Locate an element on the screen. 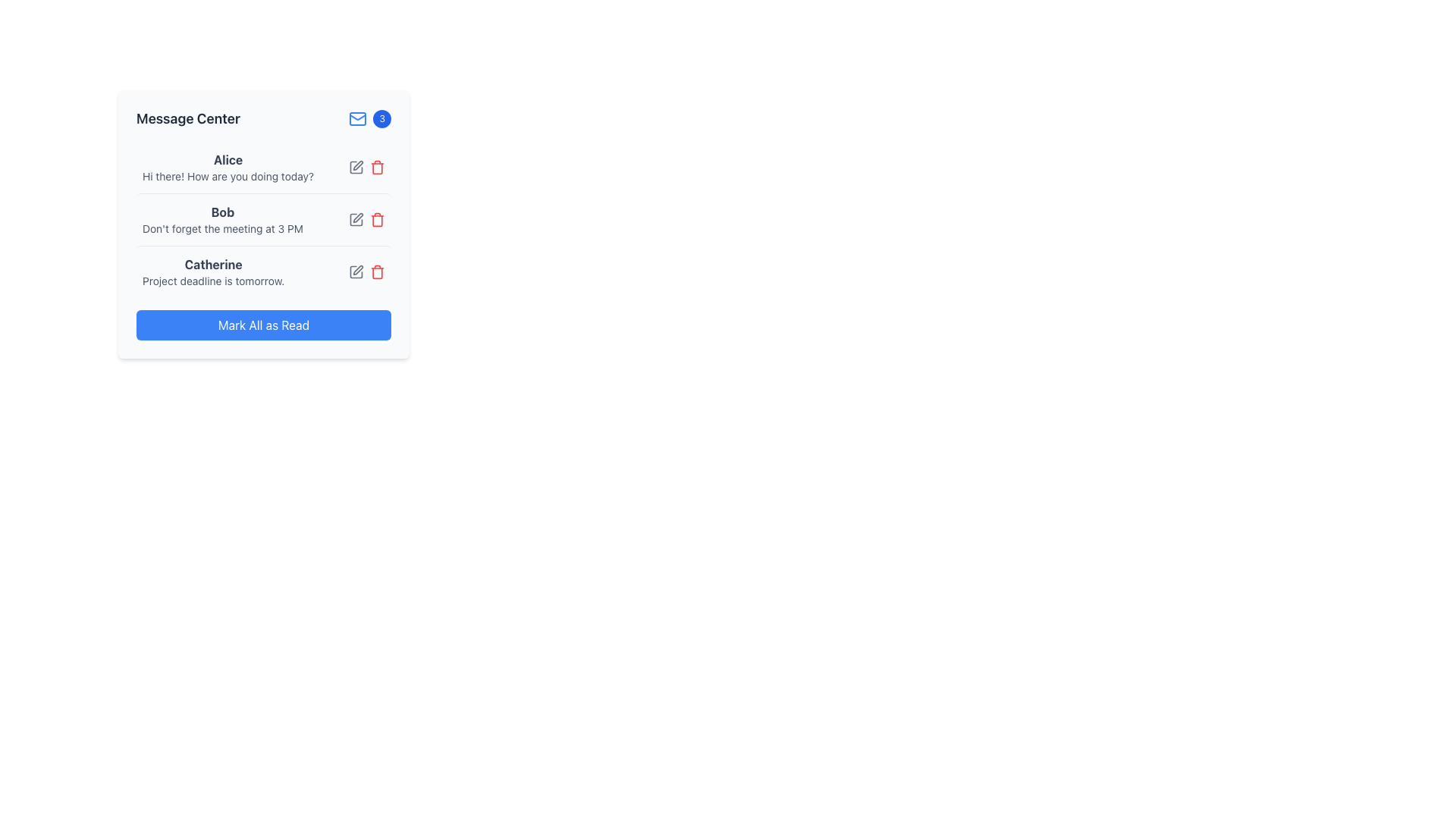 This screenshot has height=819, width=1456. the edit button icon located to the right of the name 'Bob' and the message 'Don't forget the meeting at 3 PM' is located at coordinates (356, 219).